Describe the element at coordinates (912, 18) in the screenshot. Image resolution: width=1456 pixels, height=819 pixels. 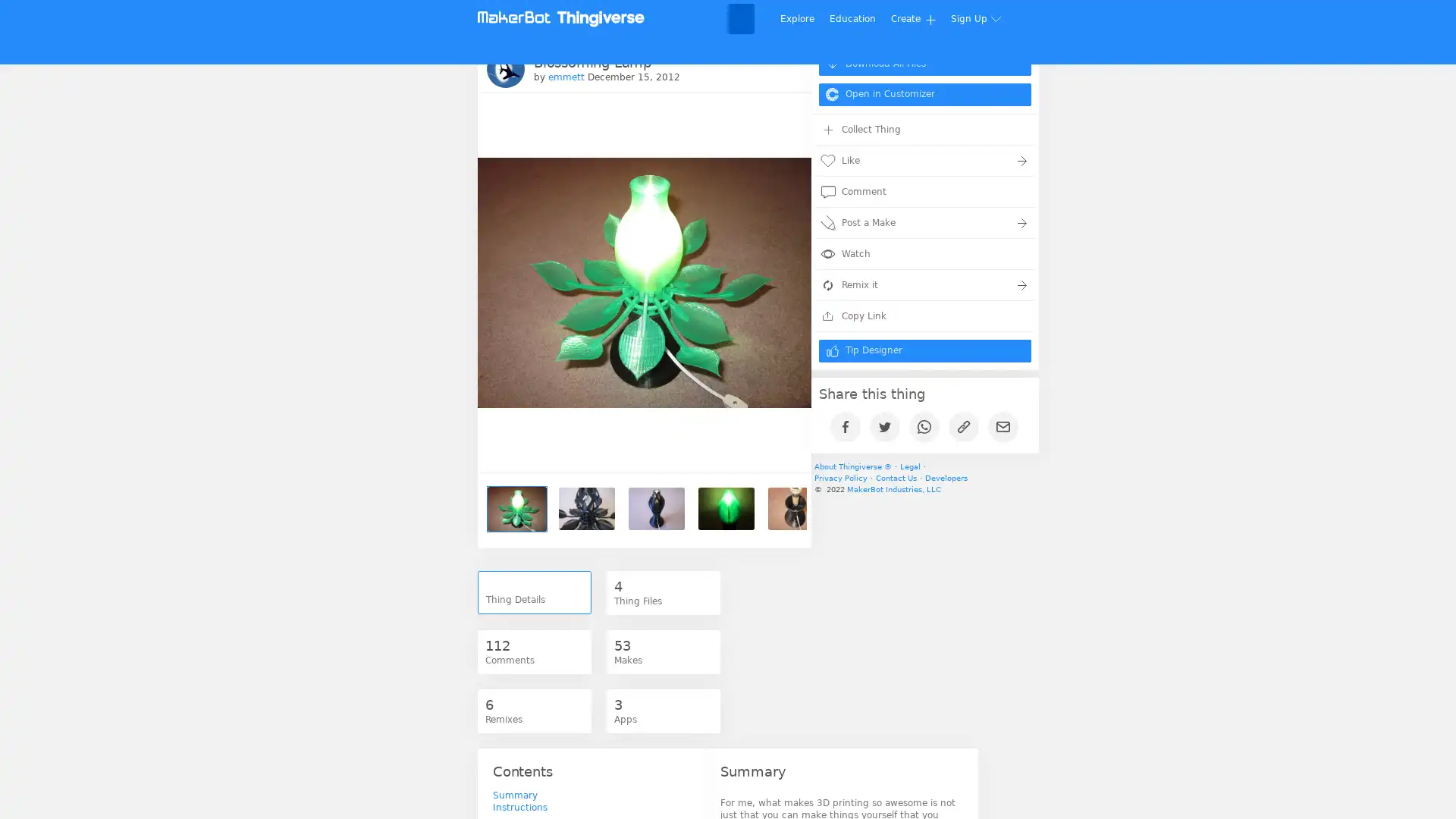
I see `Create` at that location.